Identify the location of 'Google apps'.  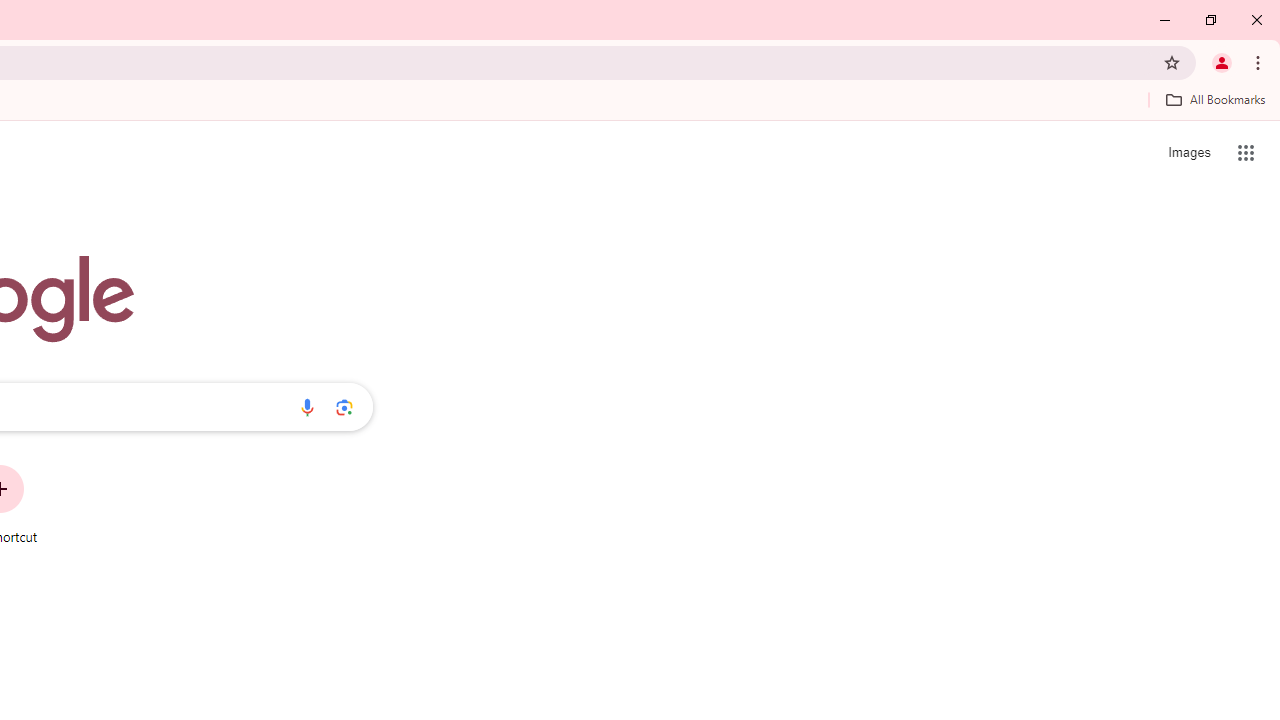
(1245, 152).